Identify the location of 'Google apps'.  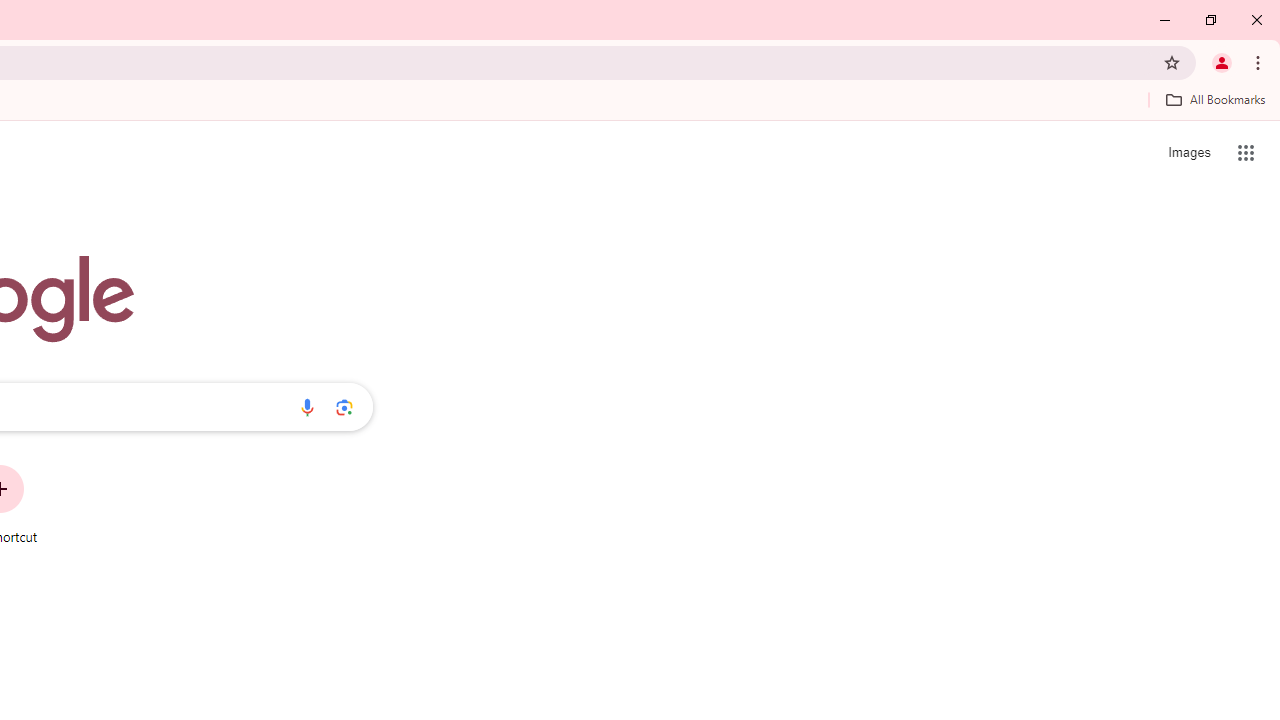
(1245, 152).